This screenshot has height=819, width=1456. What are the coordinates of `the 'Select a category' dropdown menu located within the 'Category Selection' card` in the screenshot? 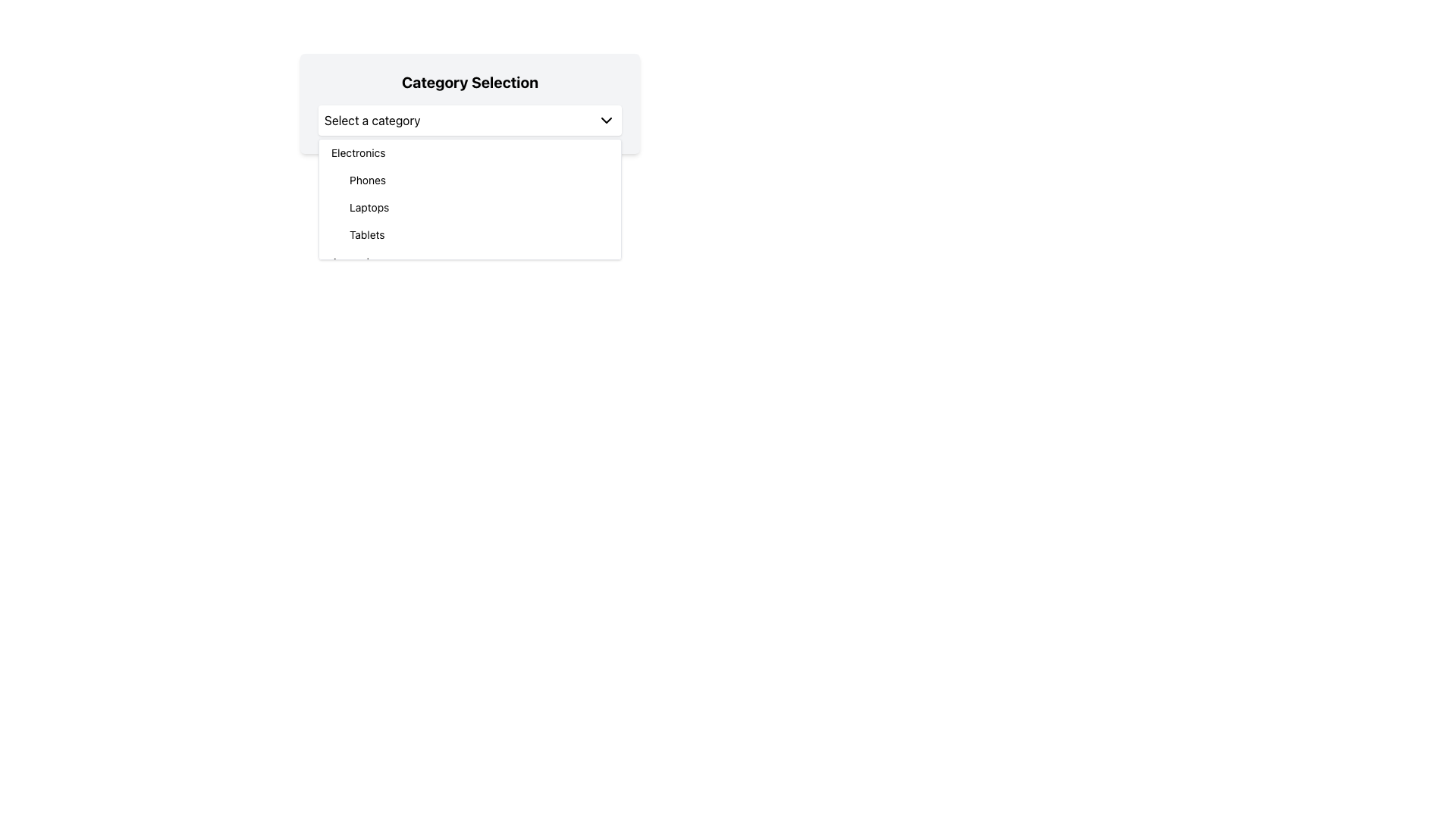 It's located at (469, 119).